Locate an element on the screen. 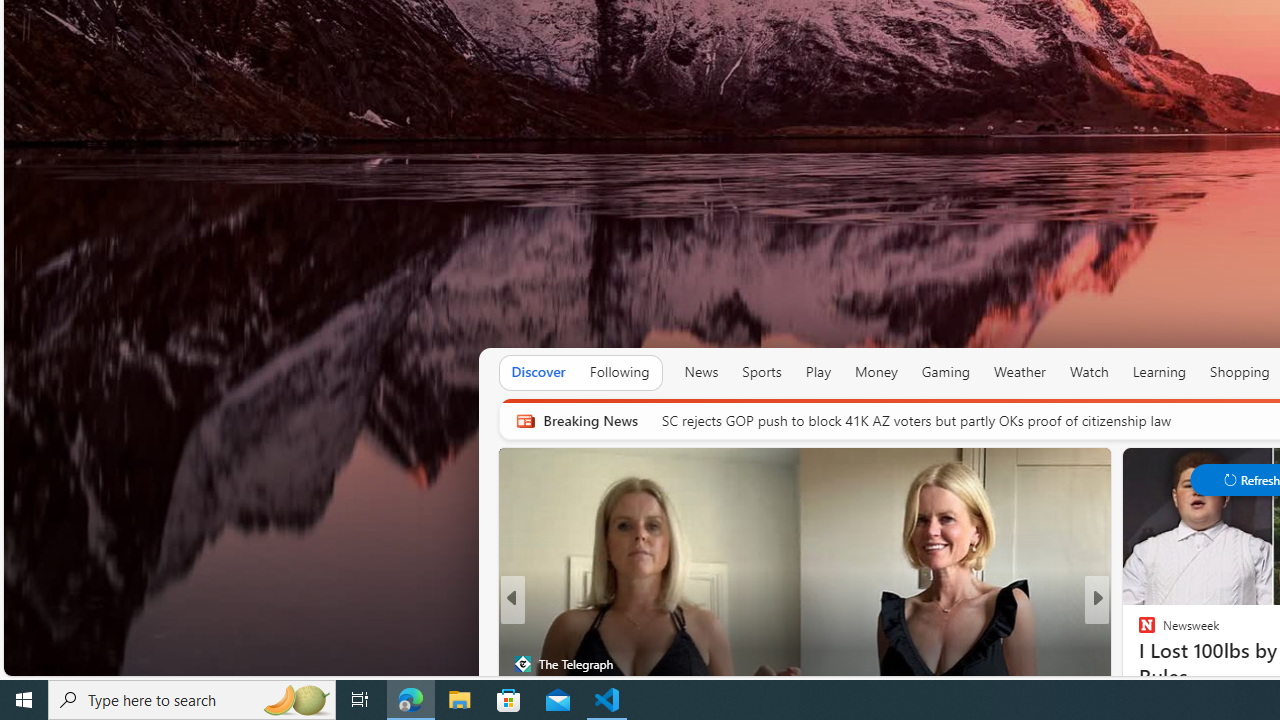 This screenshot has height=720, width=1280. 'The Telegraph' is located at coordinates (522, 663).